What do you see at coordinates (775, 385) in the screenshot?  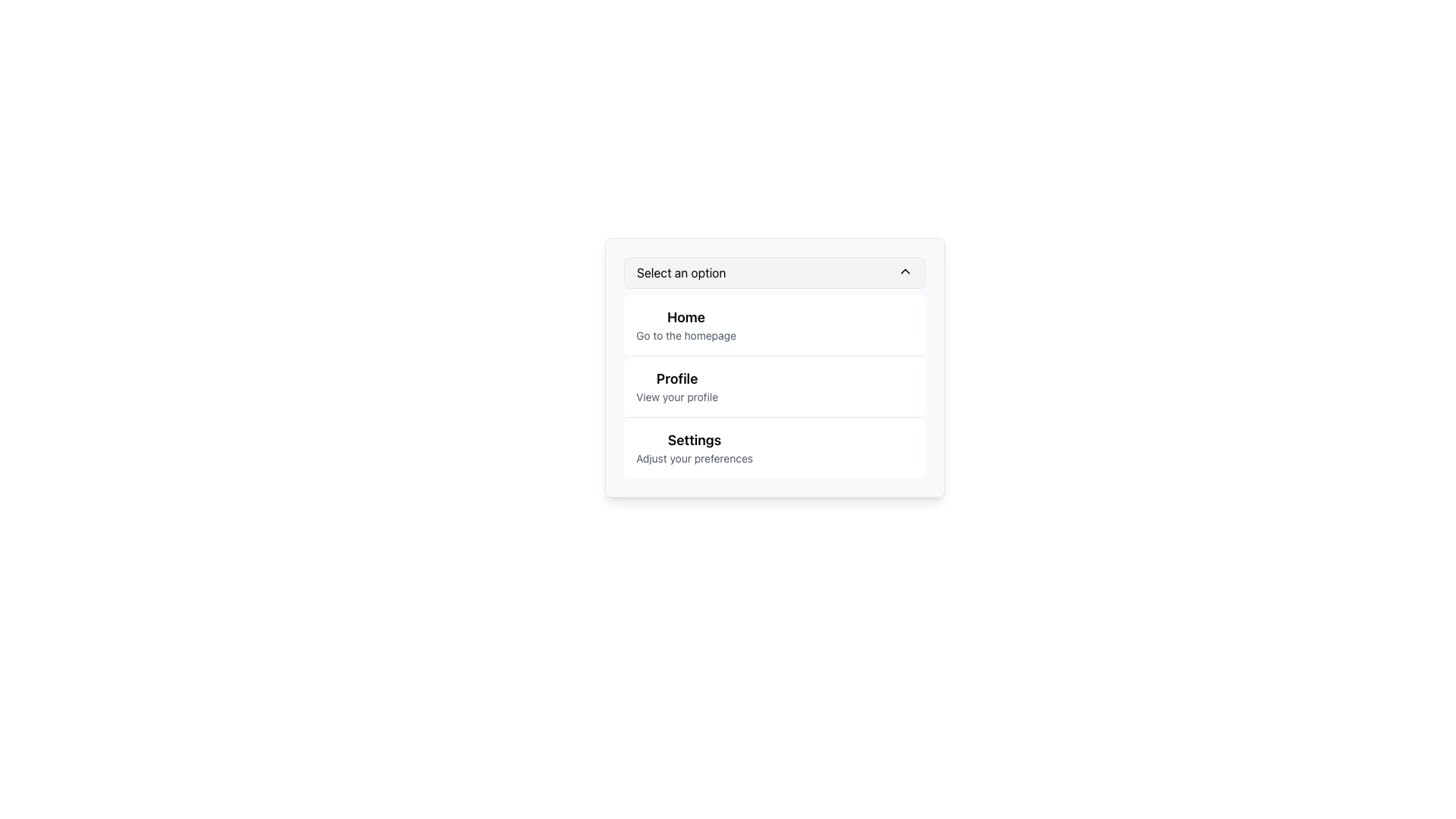 I see `the 'Profile' menu item in the vertical list of options` at bounding box center [775, 385].